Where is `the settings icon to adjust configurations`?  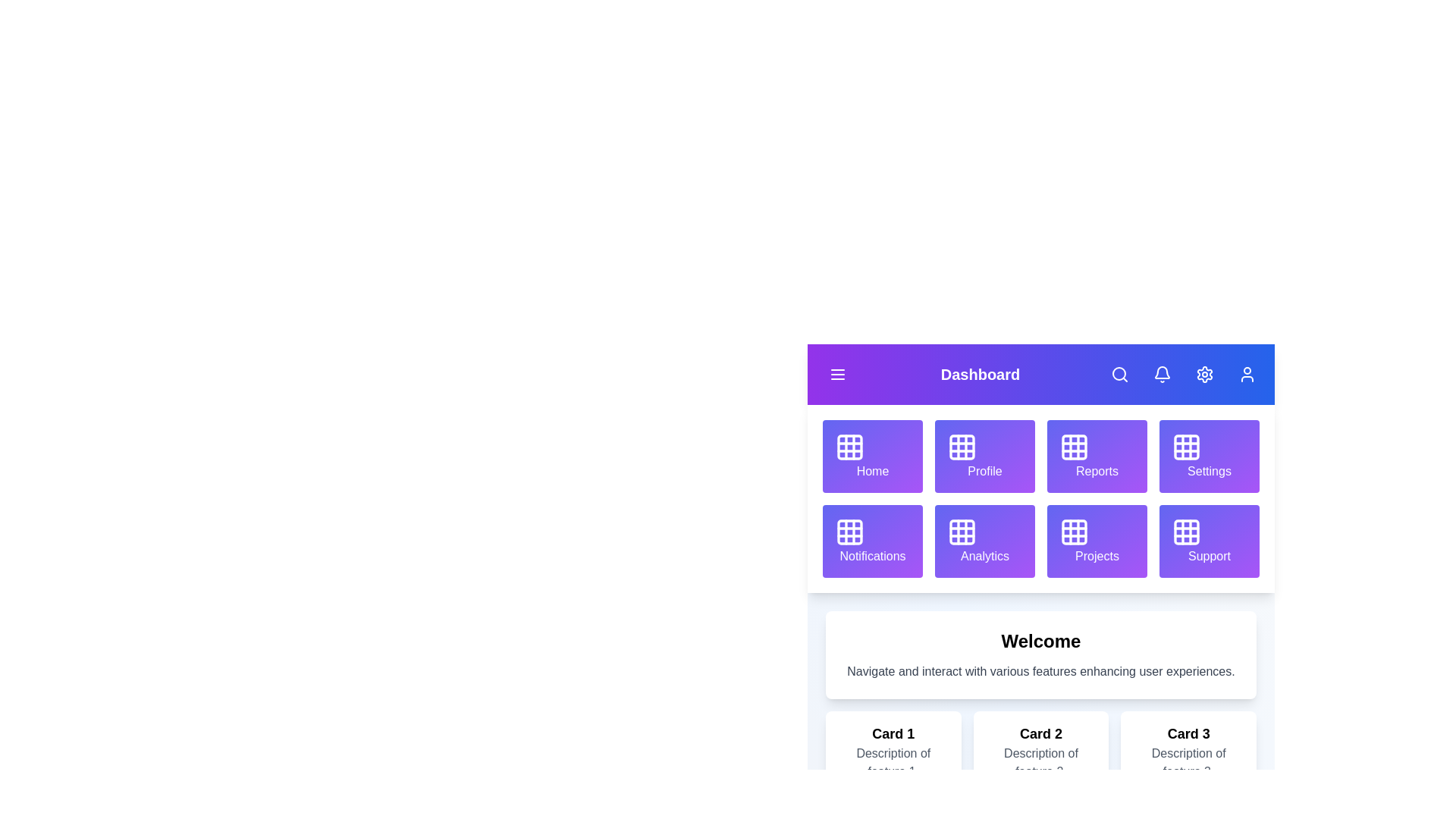 the settings icon to adjust configurations is located at coordinates (1203, 374).